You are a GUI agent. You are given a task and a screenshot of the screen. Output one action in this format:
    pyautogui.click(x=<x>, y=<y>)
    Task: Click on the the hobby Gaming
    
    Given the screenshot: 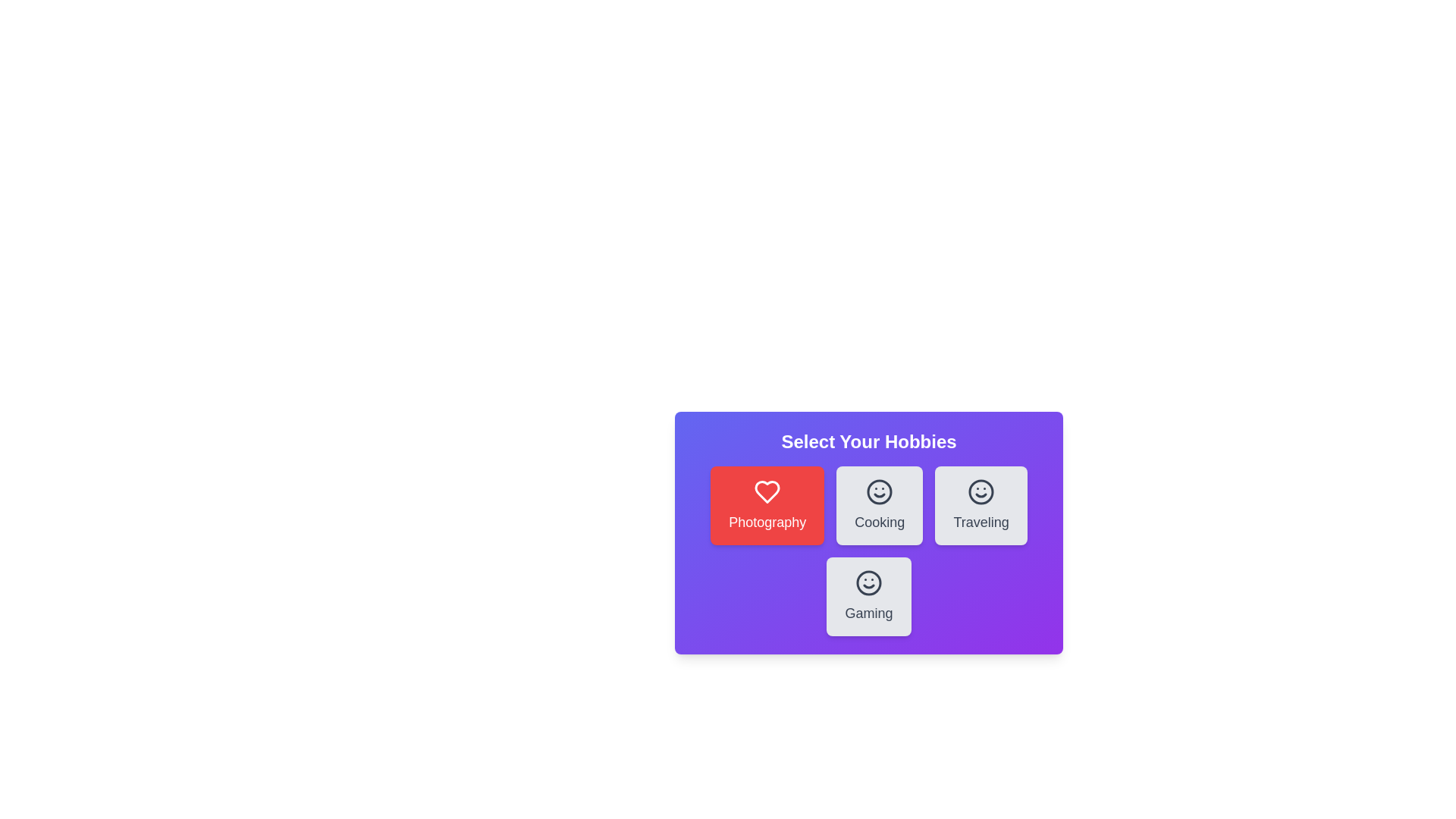 What is the action you would take?
    pyautogui.click(x=869, y=595)
    